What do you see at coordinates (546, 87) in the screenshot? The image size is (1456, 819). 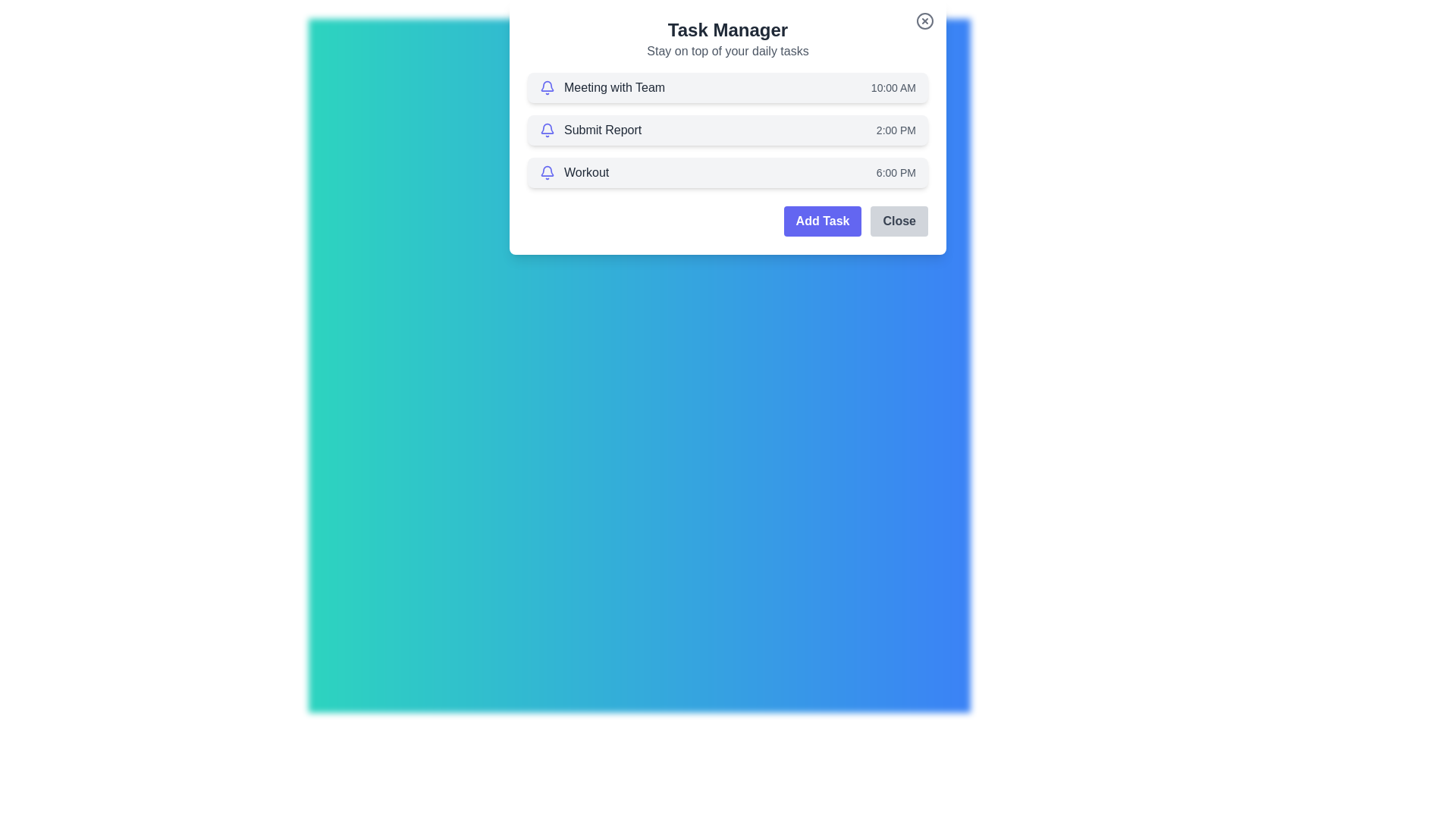 I see `the bell icon indicating a notification for the 'Meeting with Team' task in the task manager list` at bounding box center [546, 87].